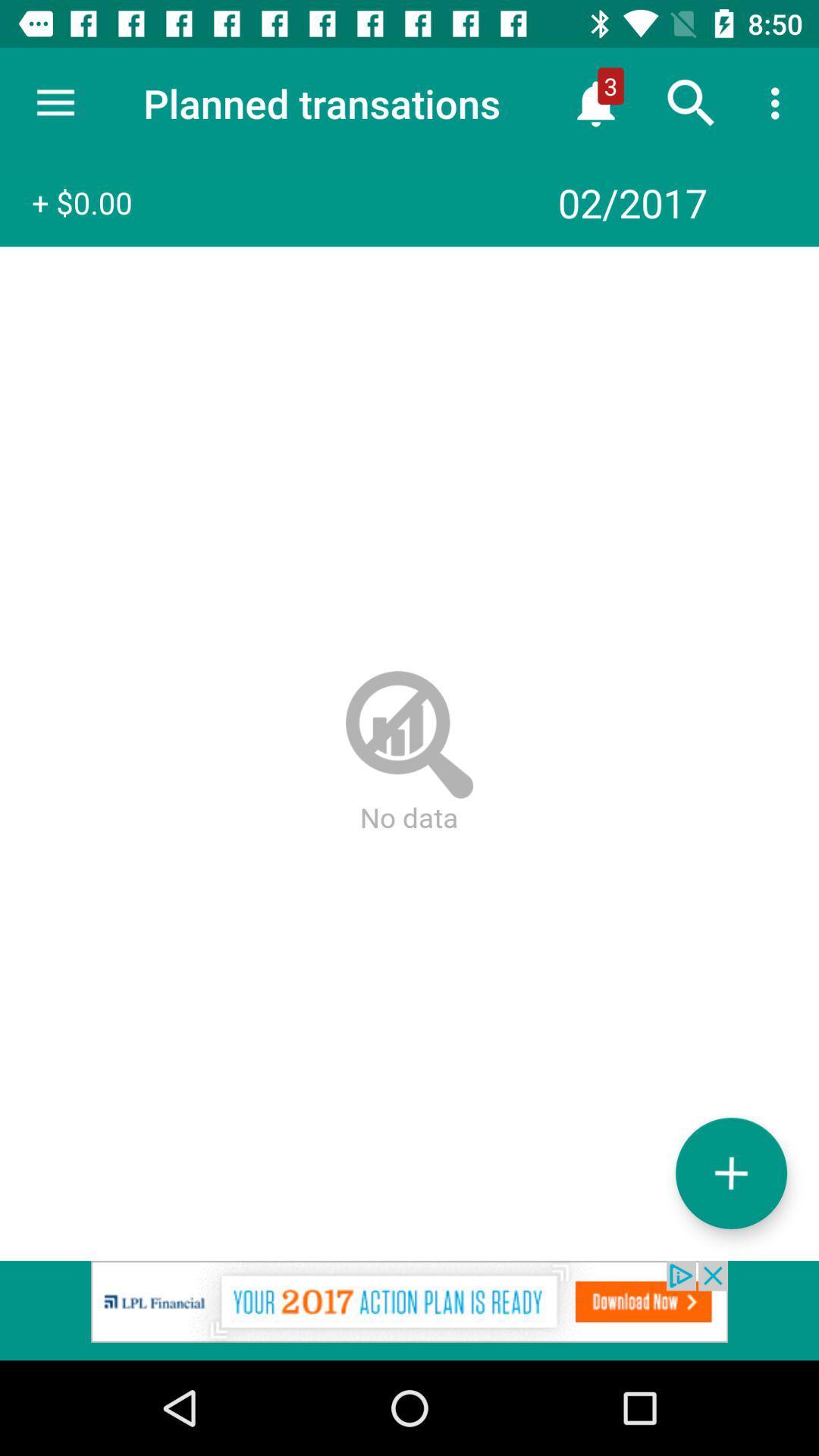  I want to click on open this advertisement, so click(409, 1310).